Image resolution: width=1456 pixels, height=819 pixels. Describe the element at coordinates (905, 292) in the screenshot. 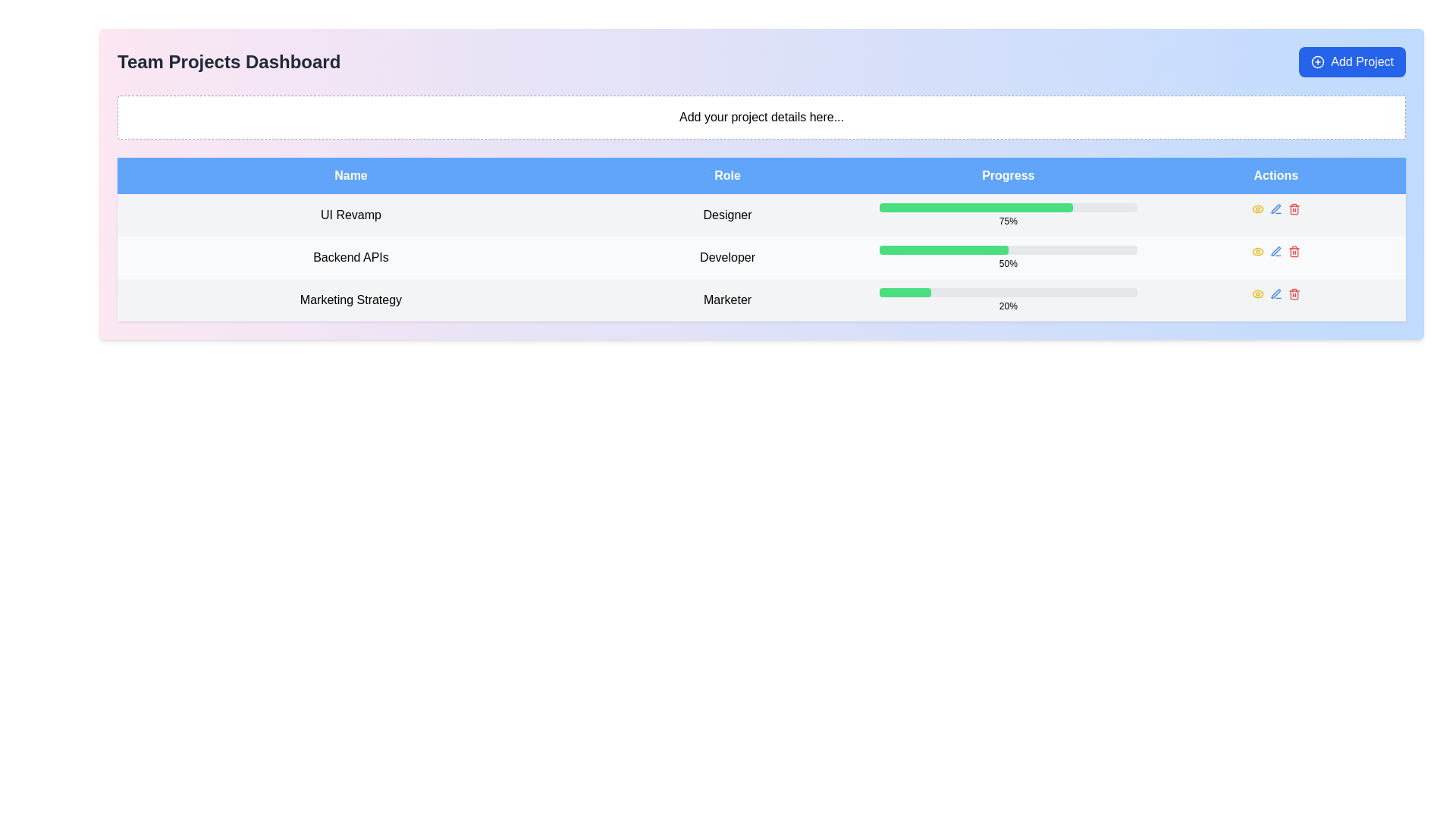

I see `the progress bar indicator representing 20% completion in the 'Progress' column of the 'Marketing Strategy' row in the 'Team Projects Dashboard' table` at that location.